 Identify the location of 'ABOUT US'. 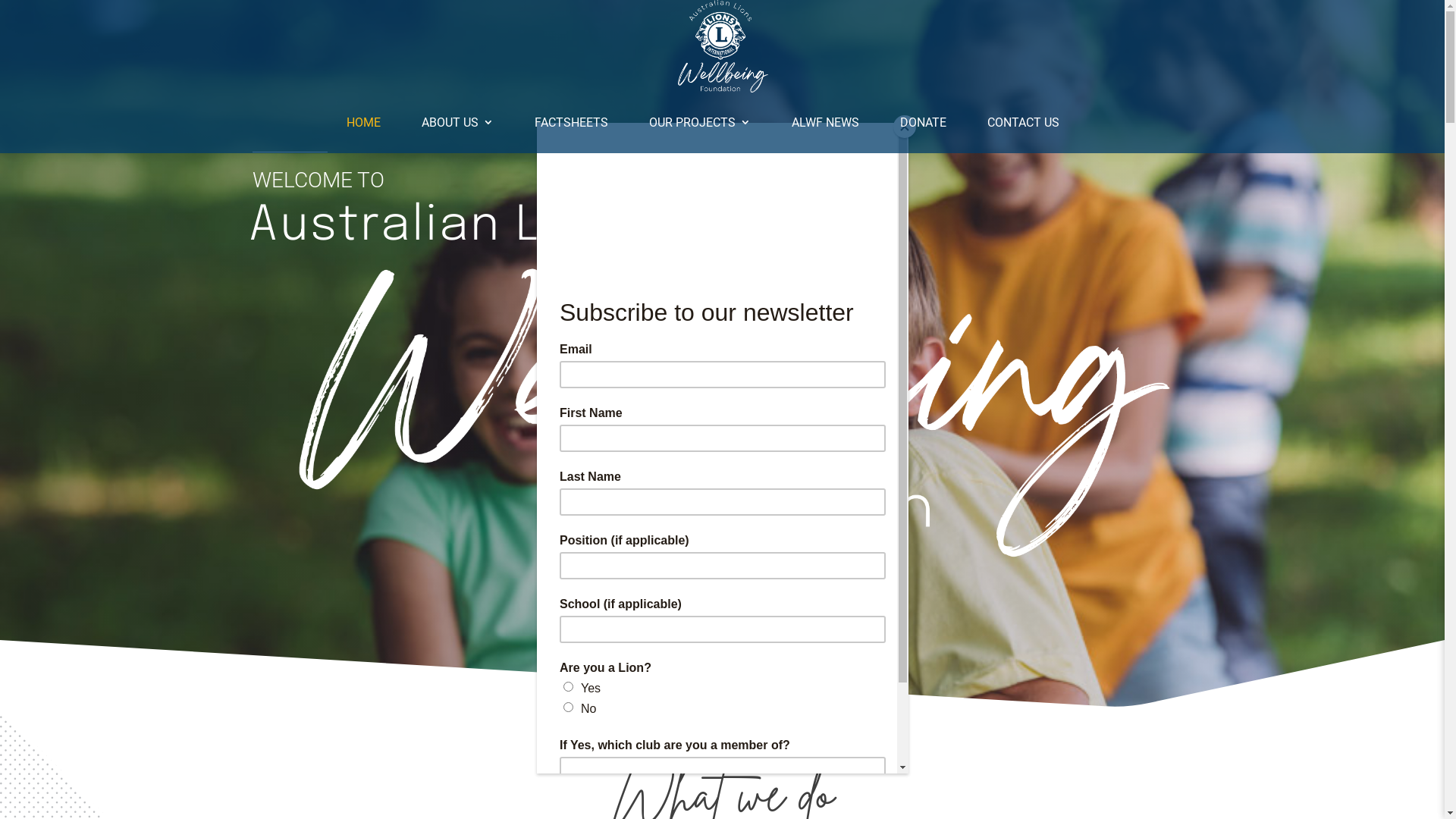
(457, 122).